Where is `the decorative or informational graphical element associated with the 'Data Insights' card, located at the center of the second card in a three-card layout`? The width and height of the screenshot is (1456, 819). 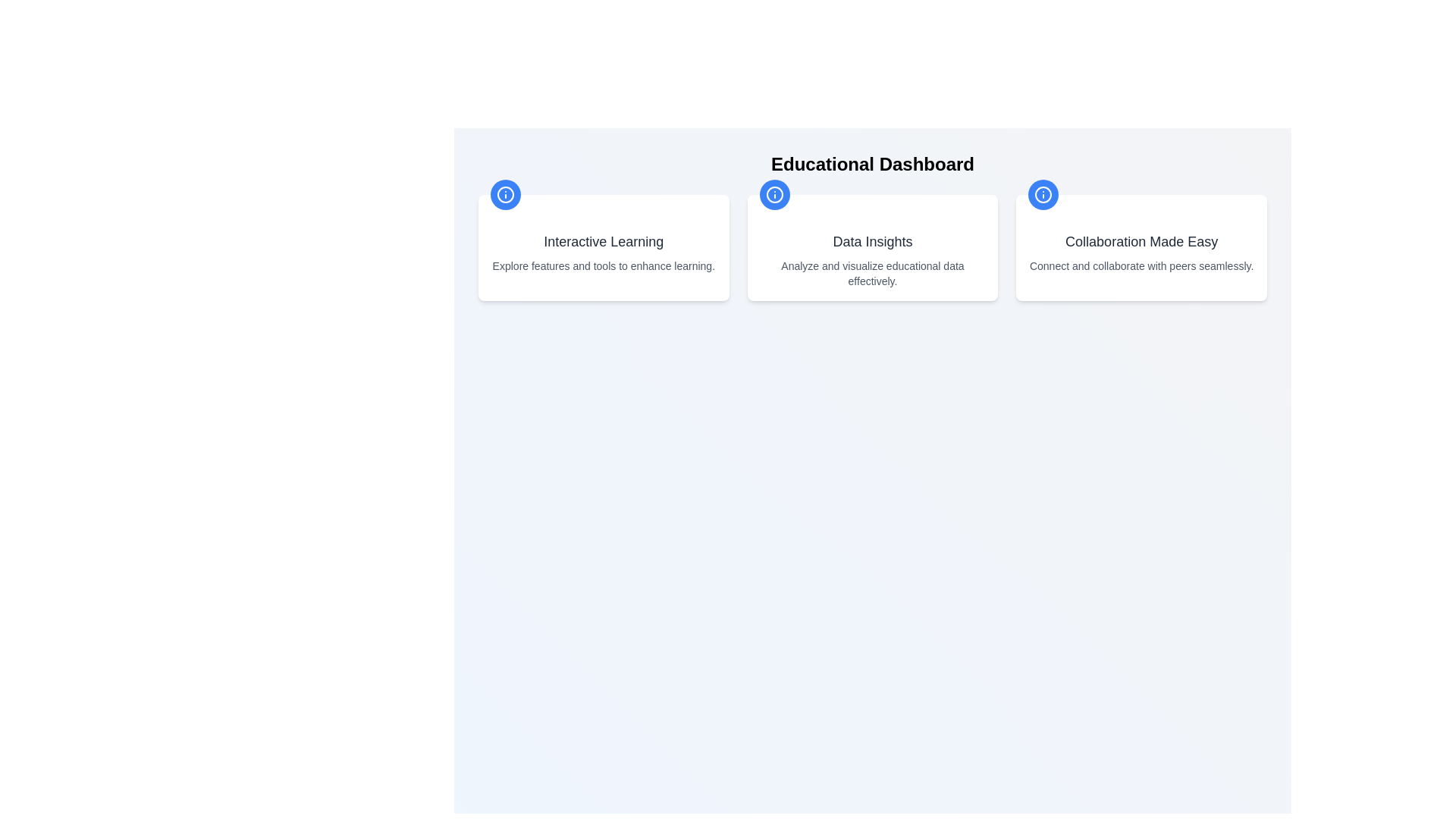
the decorative or informational graphical element associated with the 'Data Insights' card, located at the center of the second card in a three-card layout is located at coordinates (774, 194).